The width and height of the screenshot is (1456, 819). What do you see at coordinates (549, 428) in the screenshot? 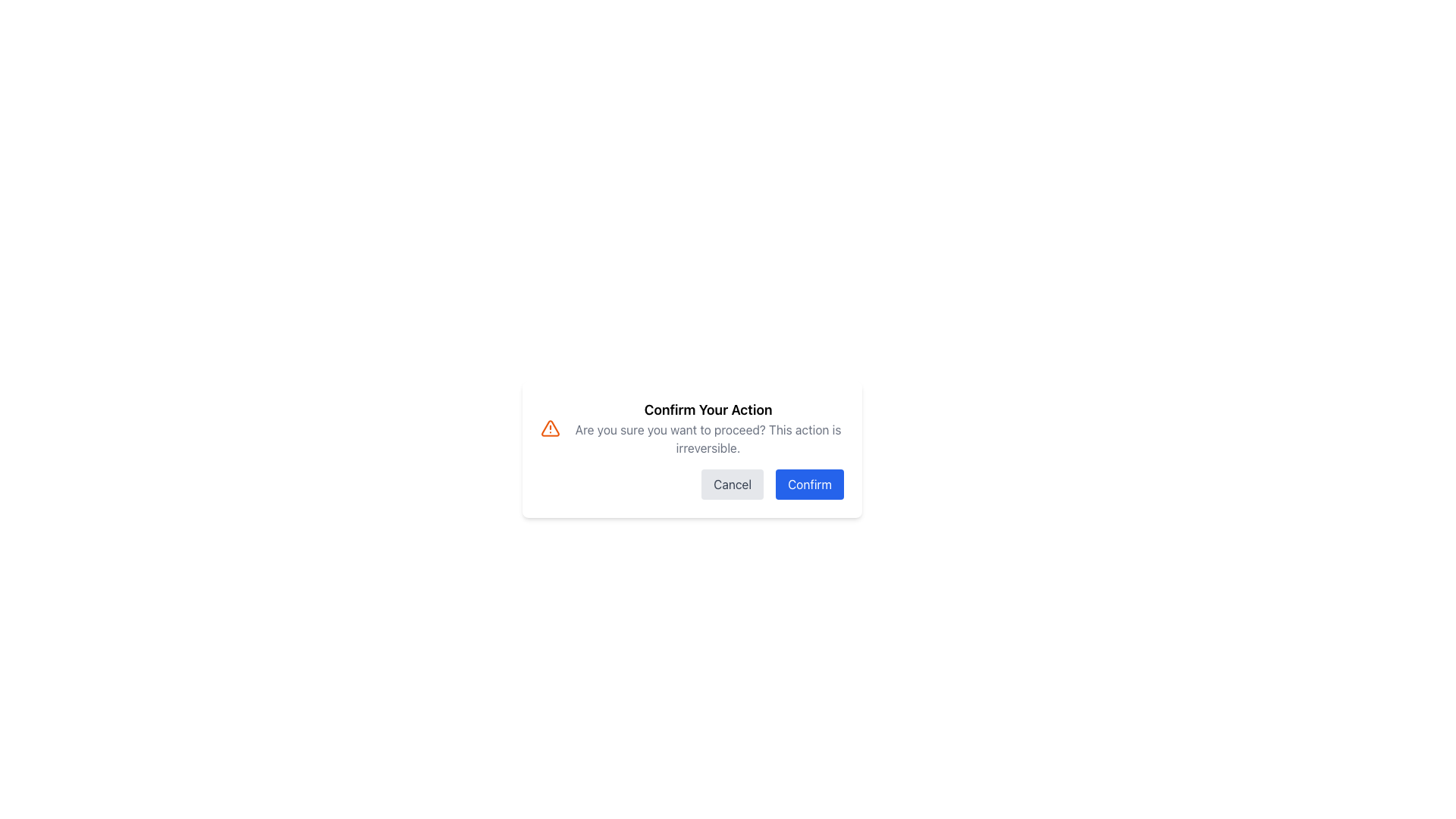
I see `the orange warning triangle icon featuring a central exclamation mark, positioned centrally on the warning dialog box above the confirm and cancel buttons` at bounding box center [549, 428].